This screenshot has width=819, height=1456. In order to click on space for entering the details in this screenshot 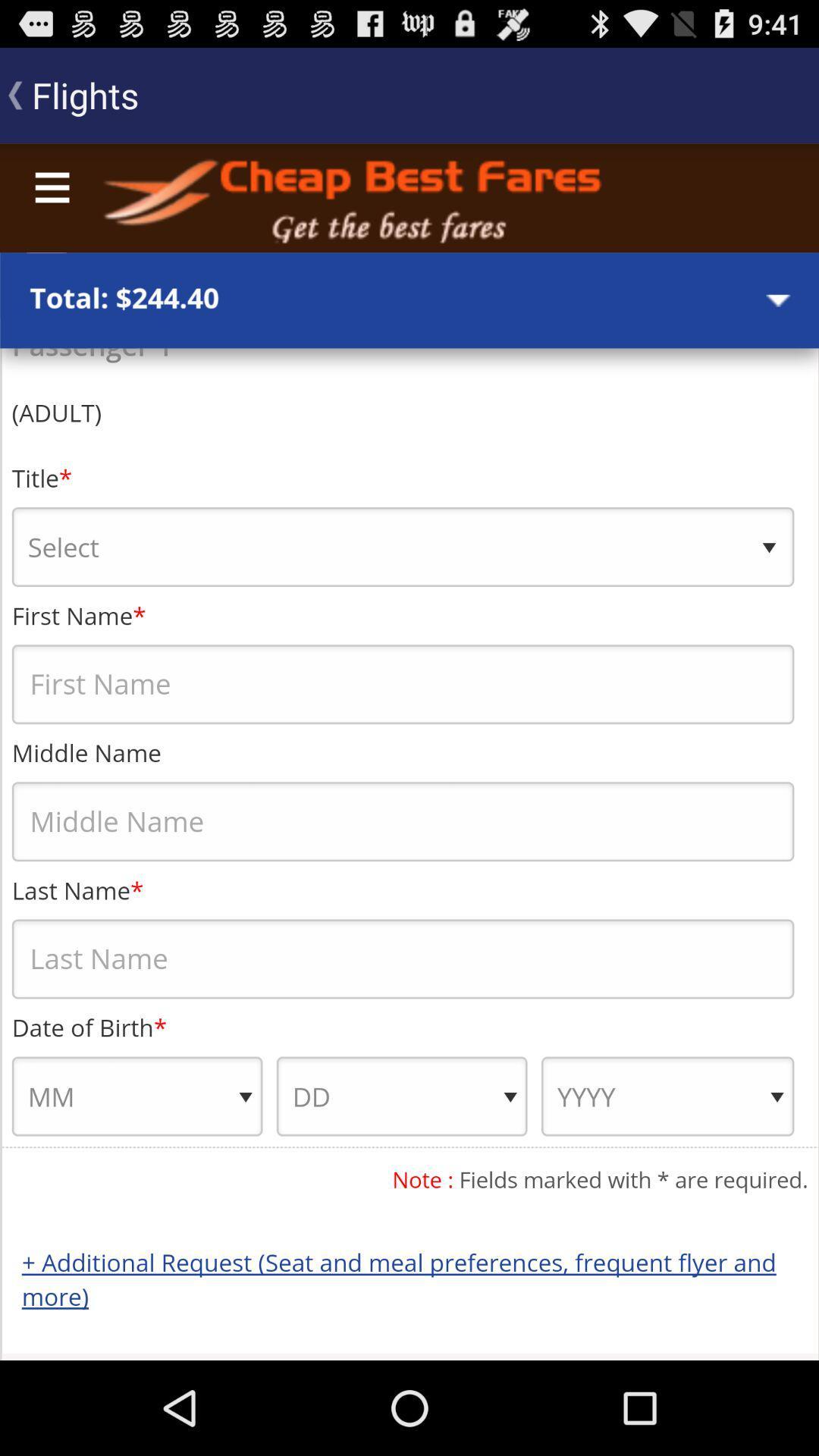, I will do `click(409, 752)`.